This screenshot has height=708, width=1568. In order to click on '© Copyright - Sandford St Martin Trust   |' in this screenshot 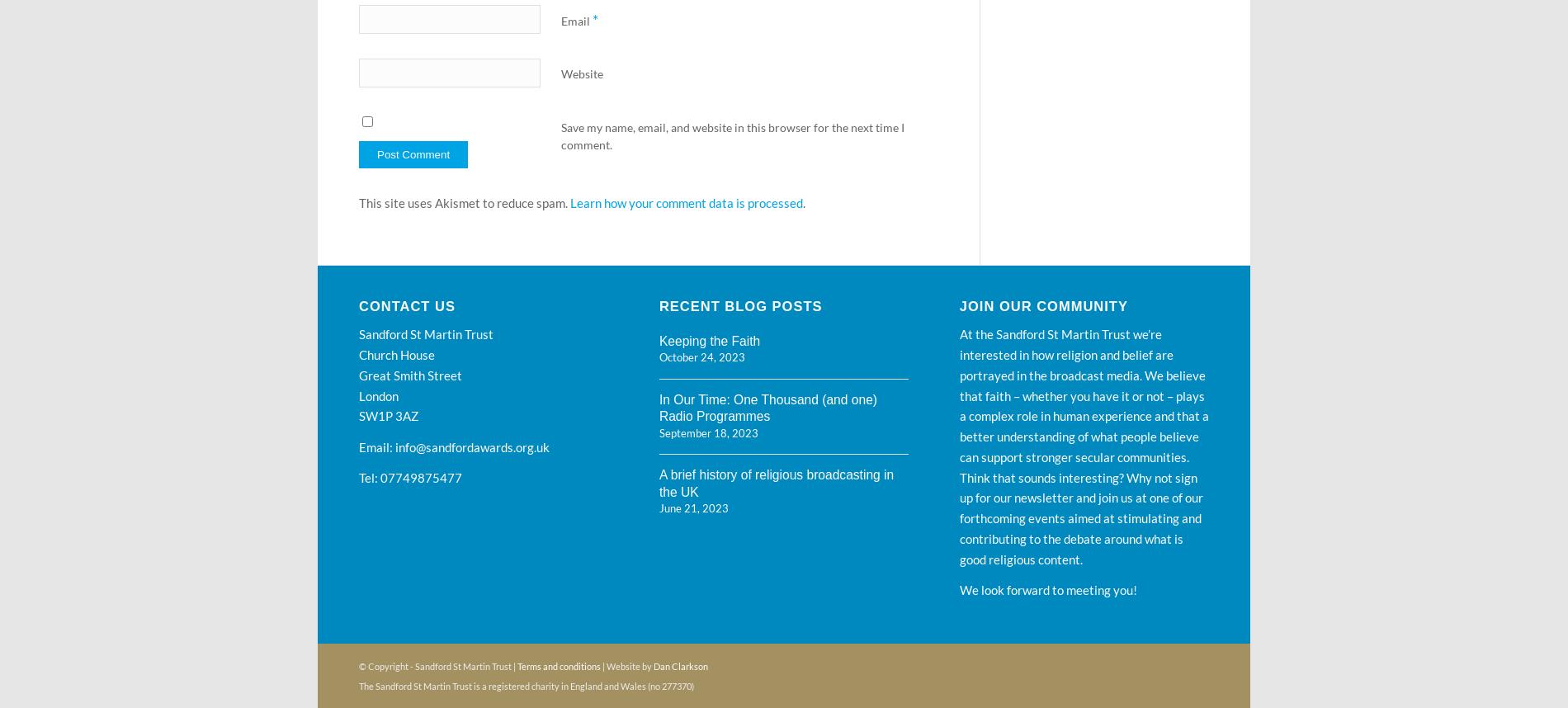, I will do `click(438, 665)`.